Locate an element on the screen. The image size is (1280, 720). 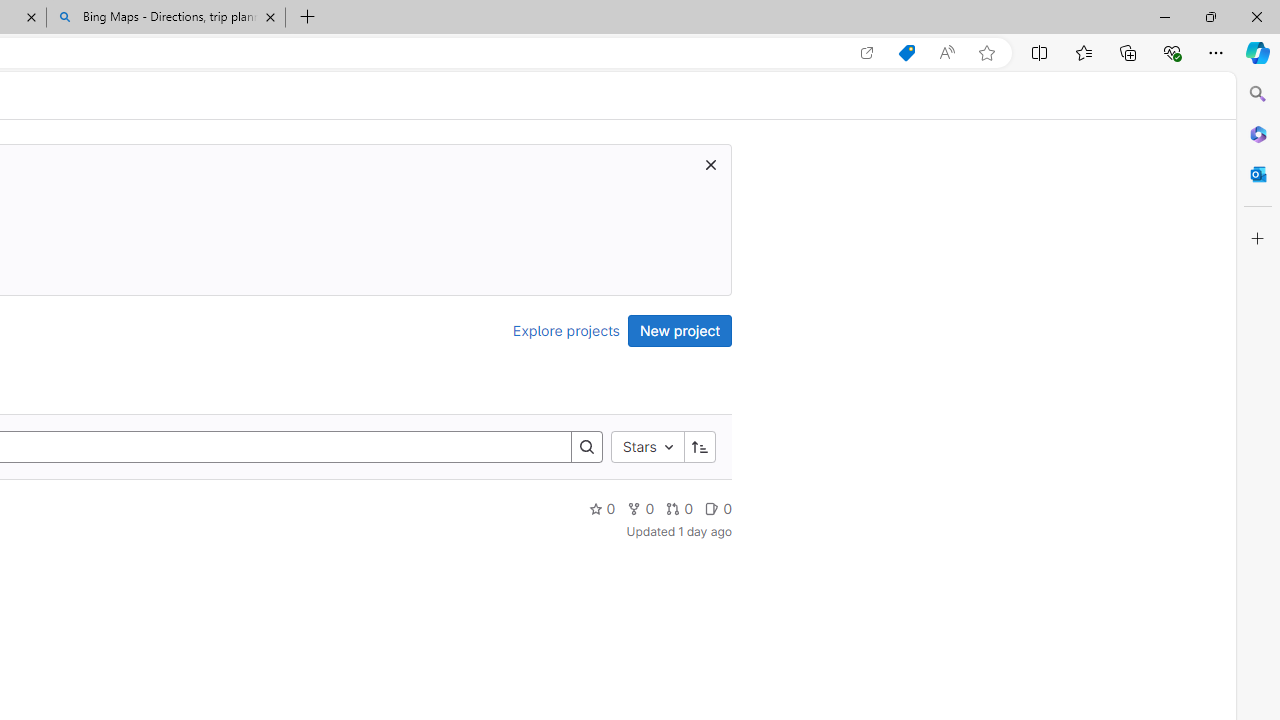
'Class: s14 gl-mr-2' is located at coordinates (712, 507).